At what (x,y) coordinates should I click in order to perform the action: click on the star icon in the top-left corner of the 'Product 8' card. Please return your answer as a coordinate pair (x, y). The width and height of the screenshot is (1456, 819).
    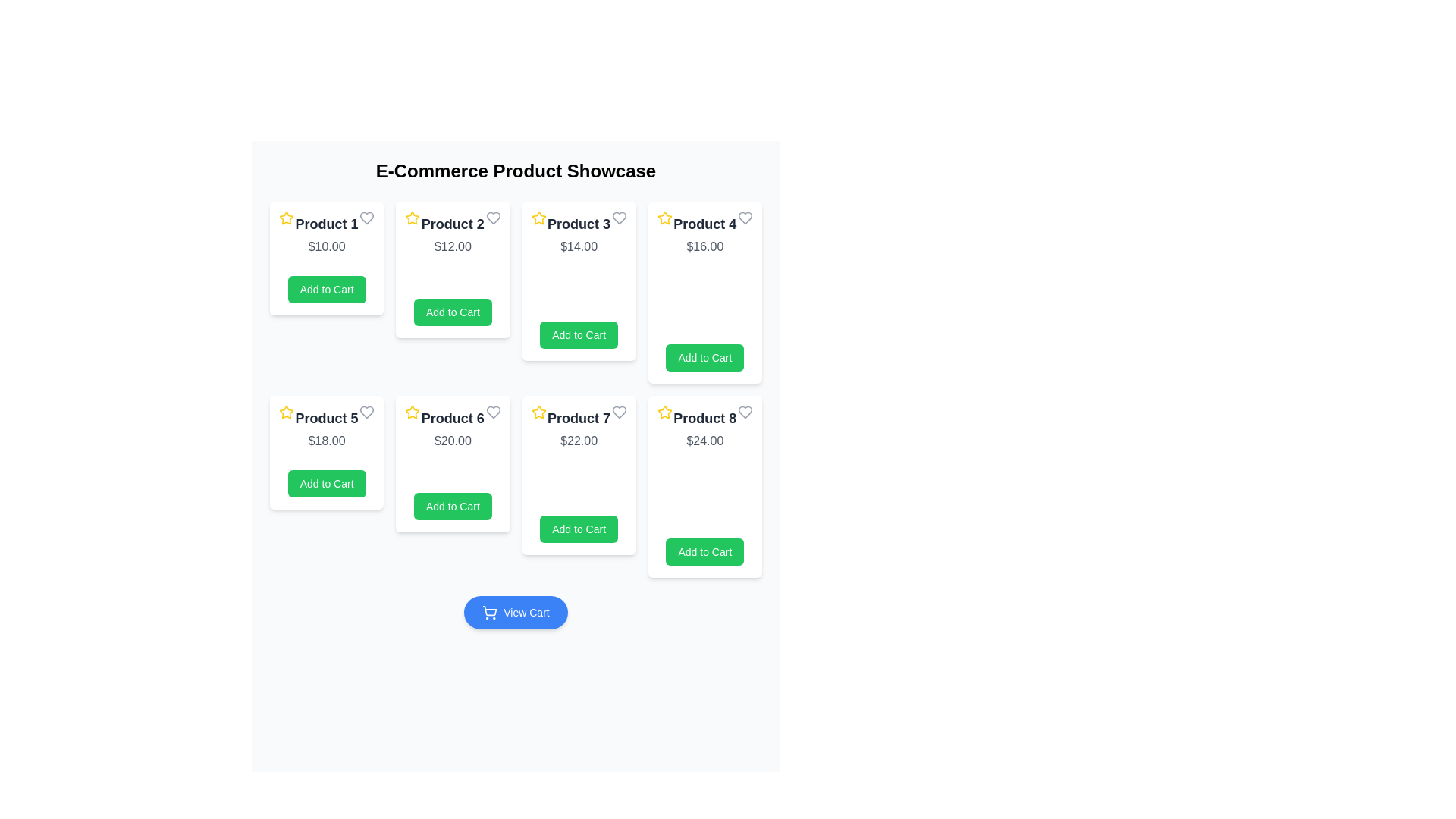
    Looking at the image, I should click on (664, 412).